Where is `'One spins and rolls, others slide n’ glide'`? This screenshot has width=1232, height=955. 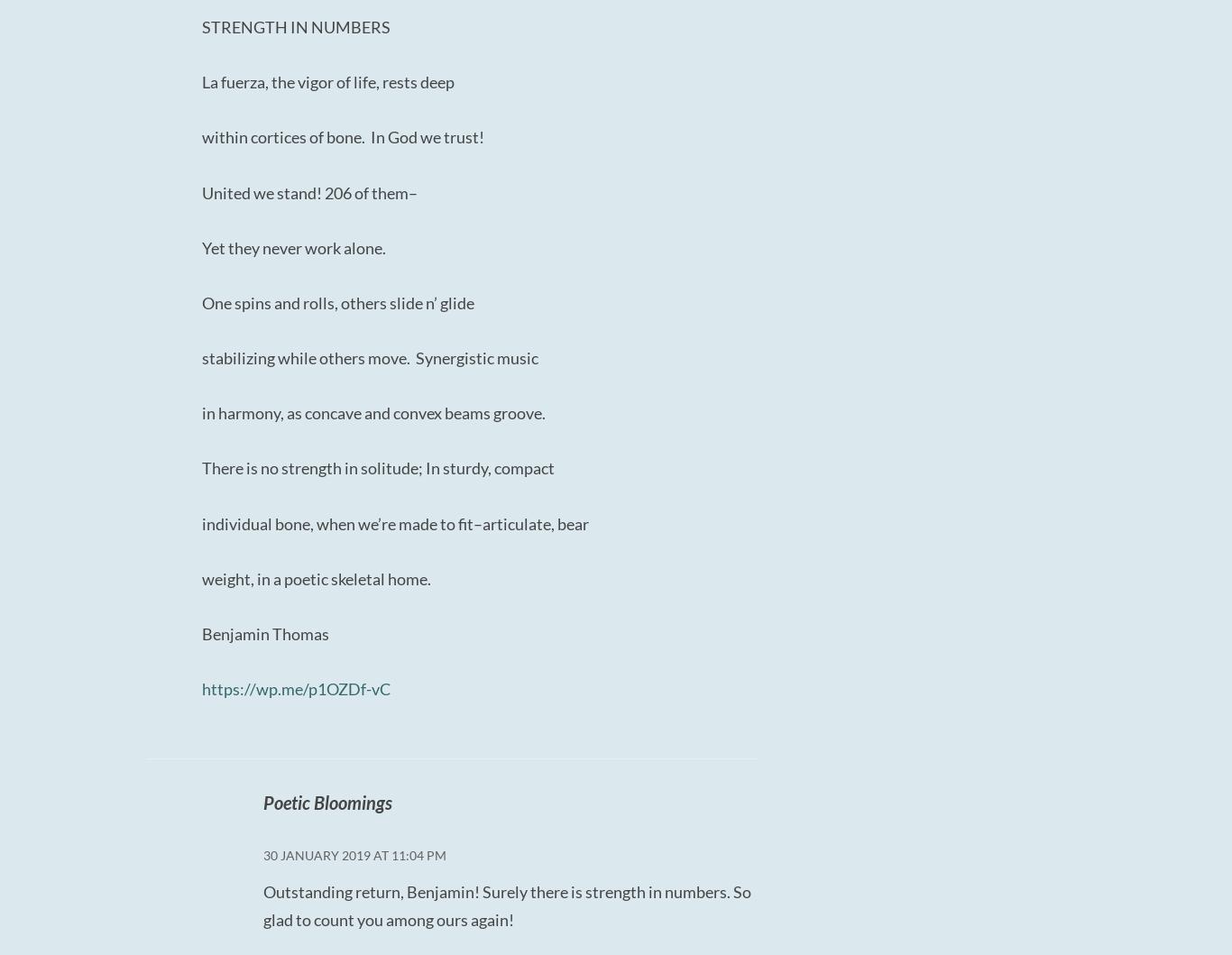
'One spins and rolls, others slide n’ glide' is located at coordinates (336, 300).